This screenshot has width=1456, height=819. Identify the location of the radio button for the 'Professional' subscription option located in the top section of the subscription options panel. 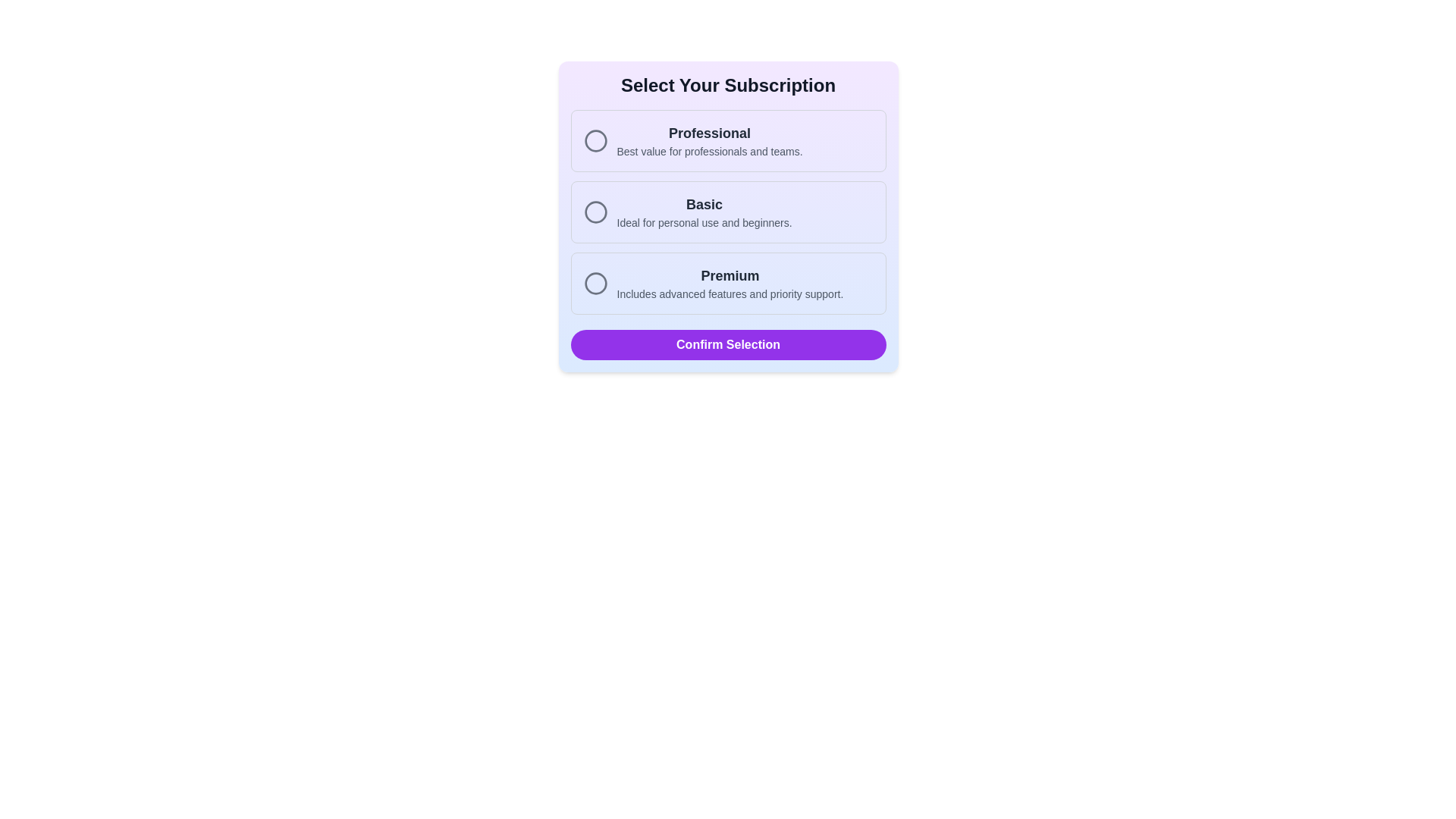
(595, 140).